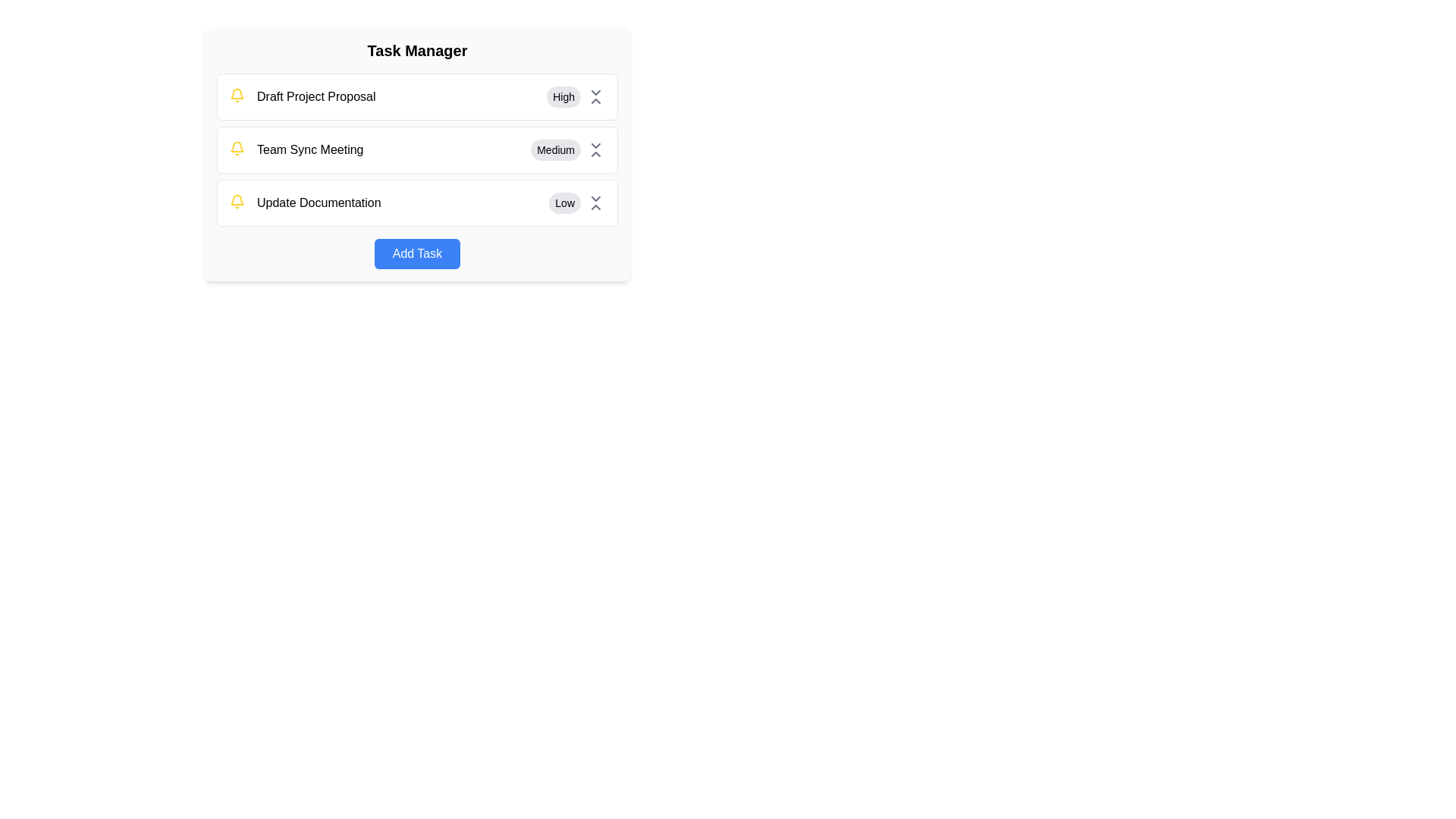 The image size is (1456, 819). What do you see at coordinates (297, 149) in the screenshot?
I see `the static text label displaying 'Team Sync Meeting', which is part of a task entry in the task list, located between 'Draft Project Proposal' and 'Update Documentation', and adjacent to the 'Medium' priority indicator` at bounding box center [297, 149].